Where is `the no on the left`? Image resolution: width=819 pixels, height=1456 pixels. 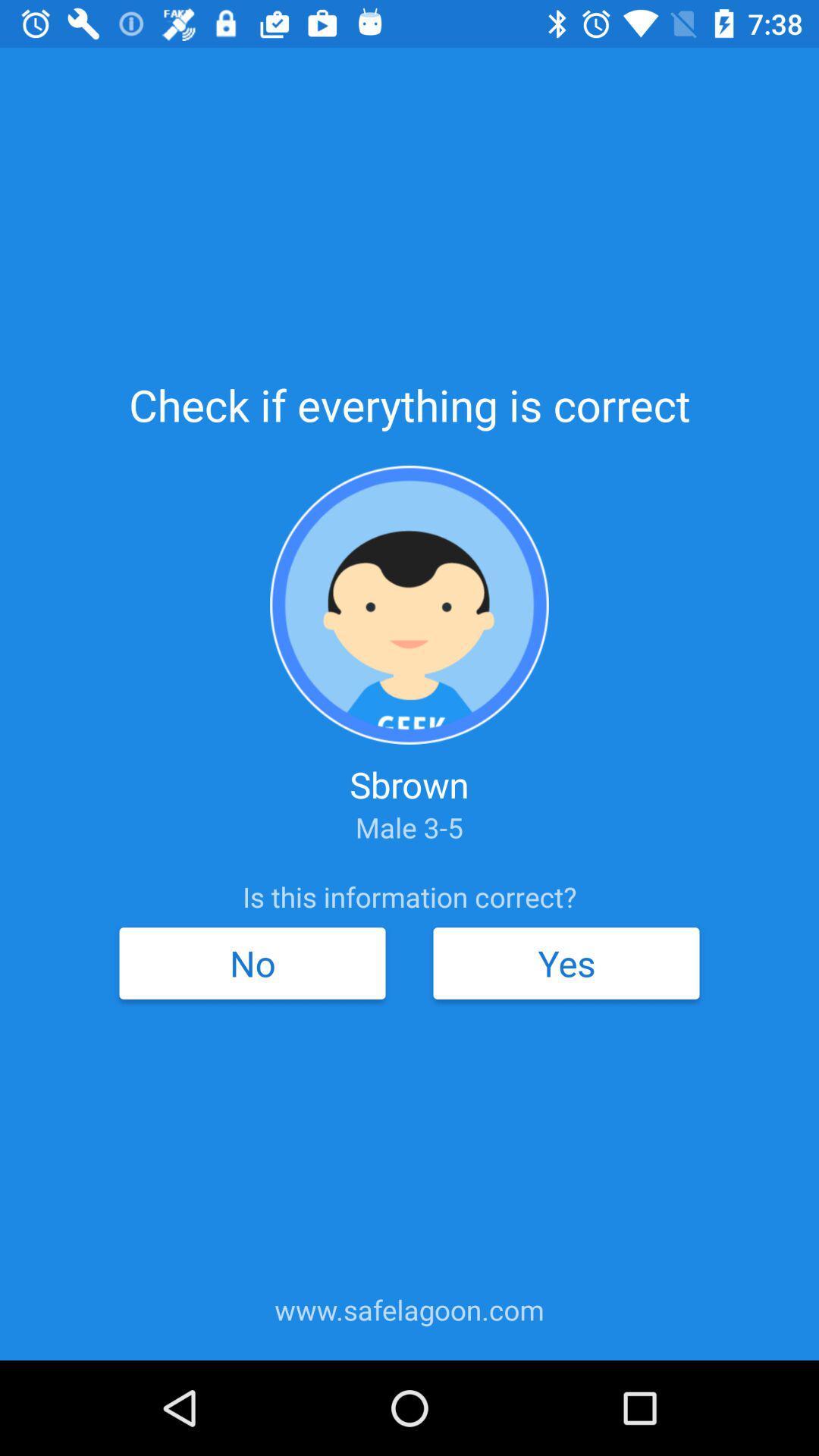
the no on the left is located at coordinates (251, 962).